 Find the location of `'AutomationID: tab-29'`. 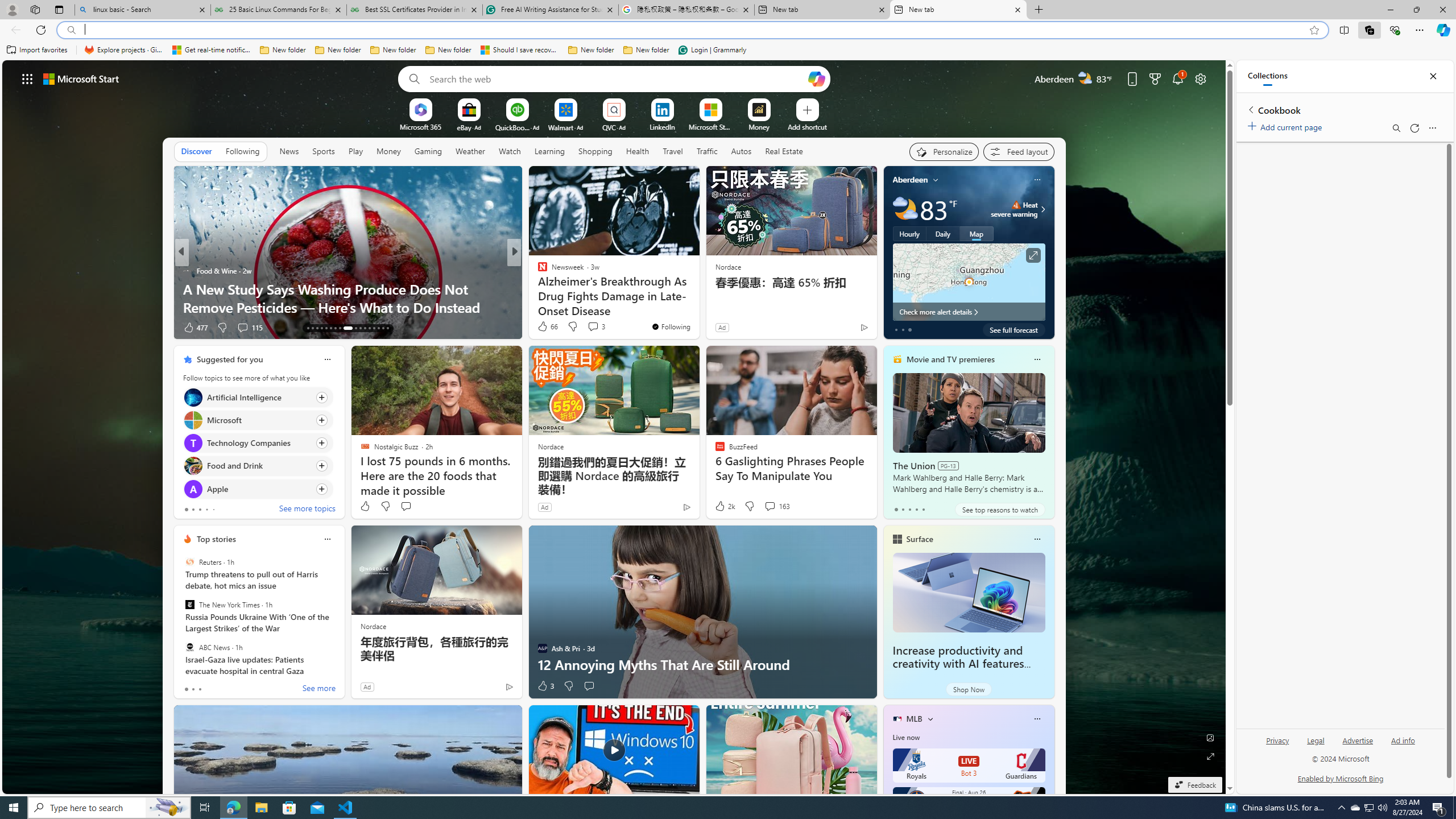

'AutomationID: tab-29' is located at coordinates (387, 328).